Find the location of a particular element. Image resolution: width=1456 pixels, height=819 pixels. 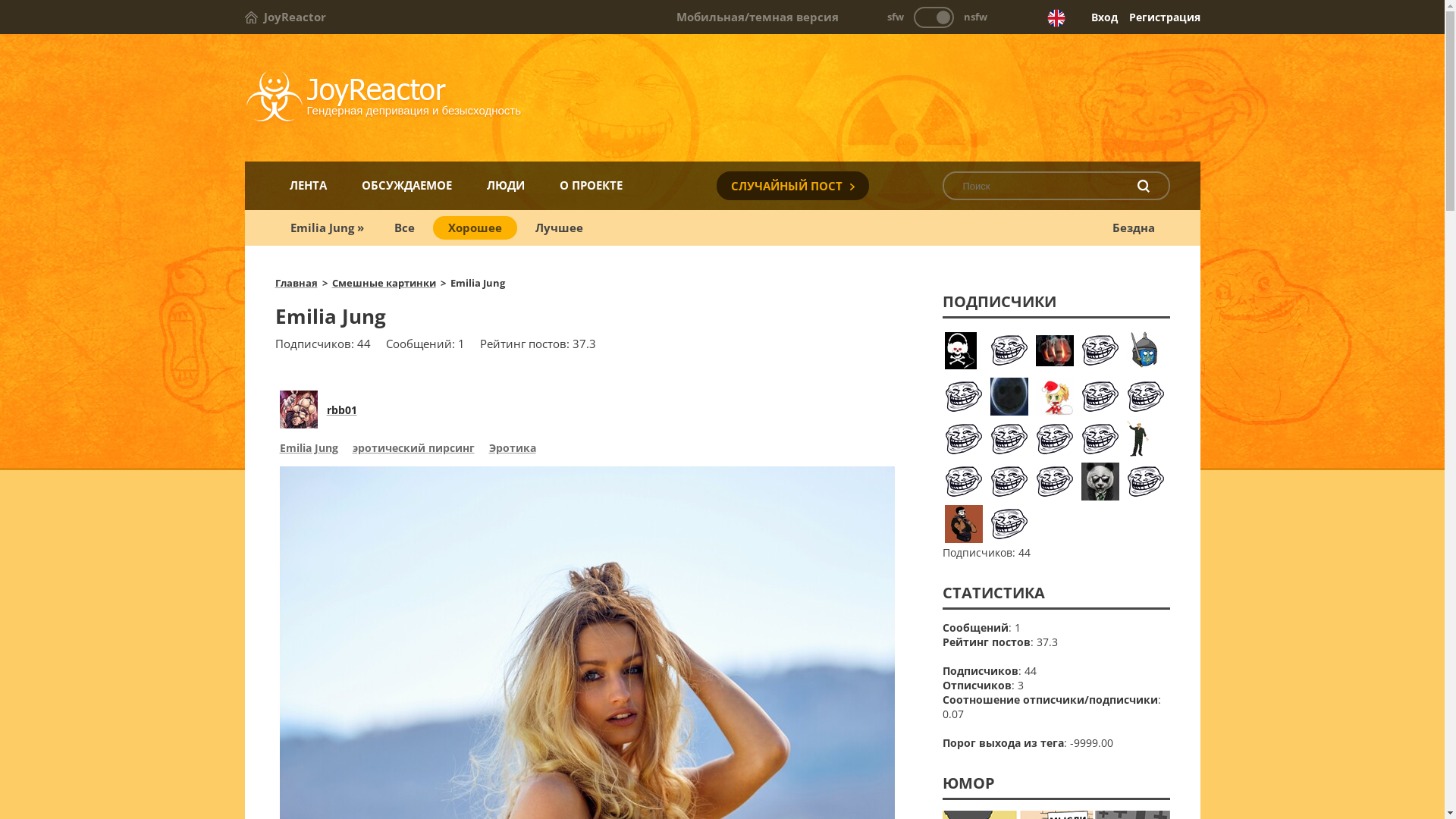

'JustName' is located at coordinates (1146, 350).